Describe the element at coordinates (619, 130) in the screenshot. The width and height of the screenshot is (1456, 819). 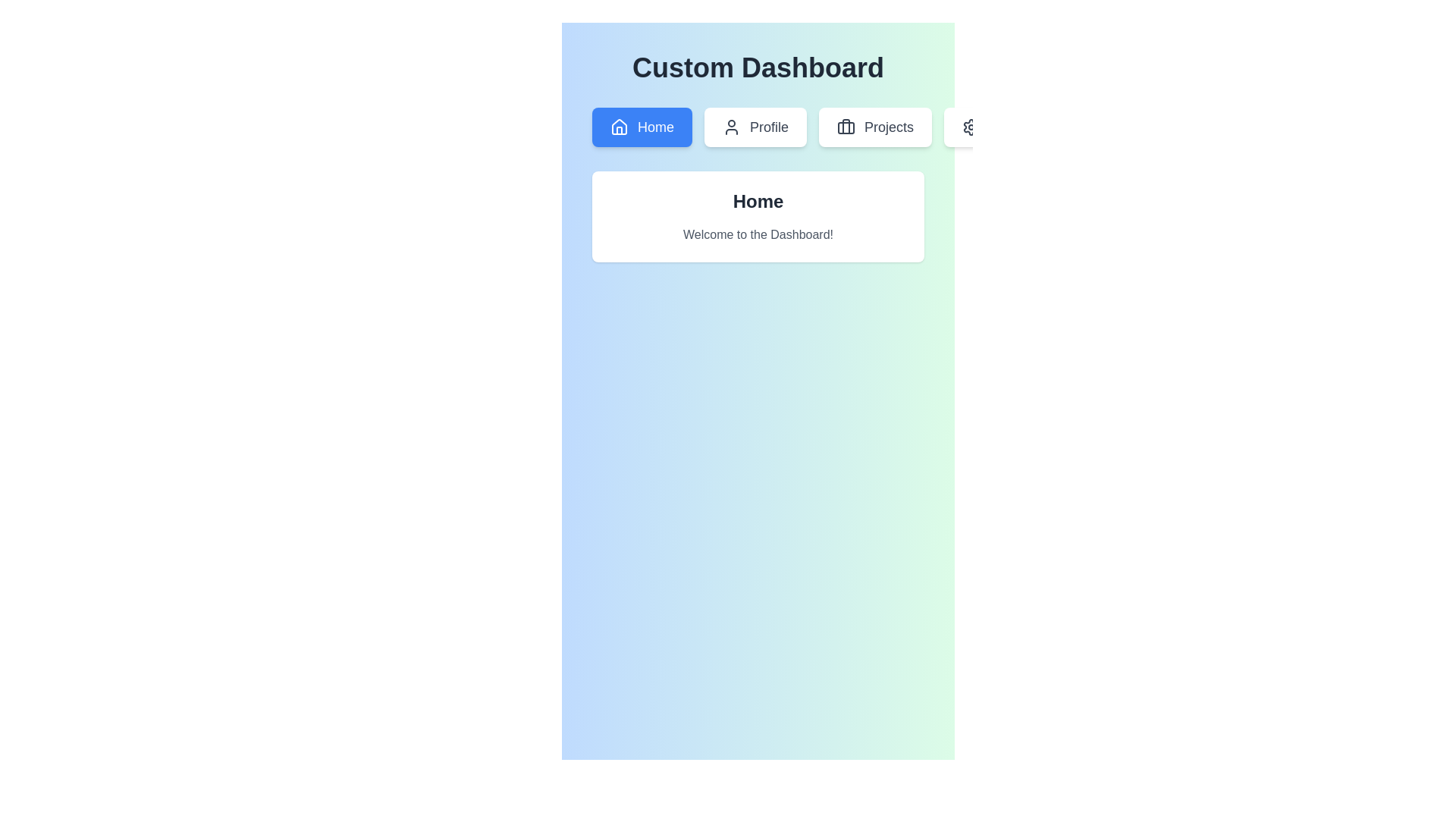
I see `the vertical rectangle resembling a door within the house icon in the 'Home' button located at the top left of the interface` at that location.